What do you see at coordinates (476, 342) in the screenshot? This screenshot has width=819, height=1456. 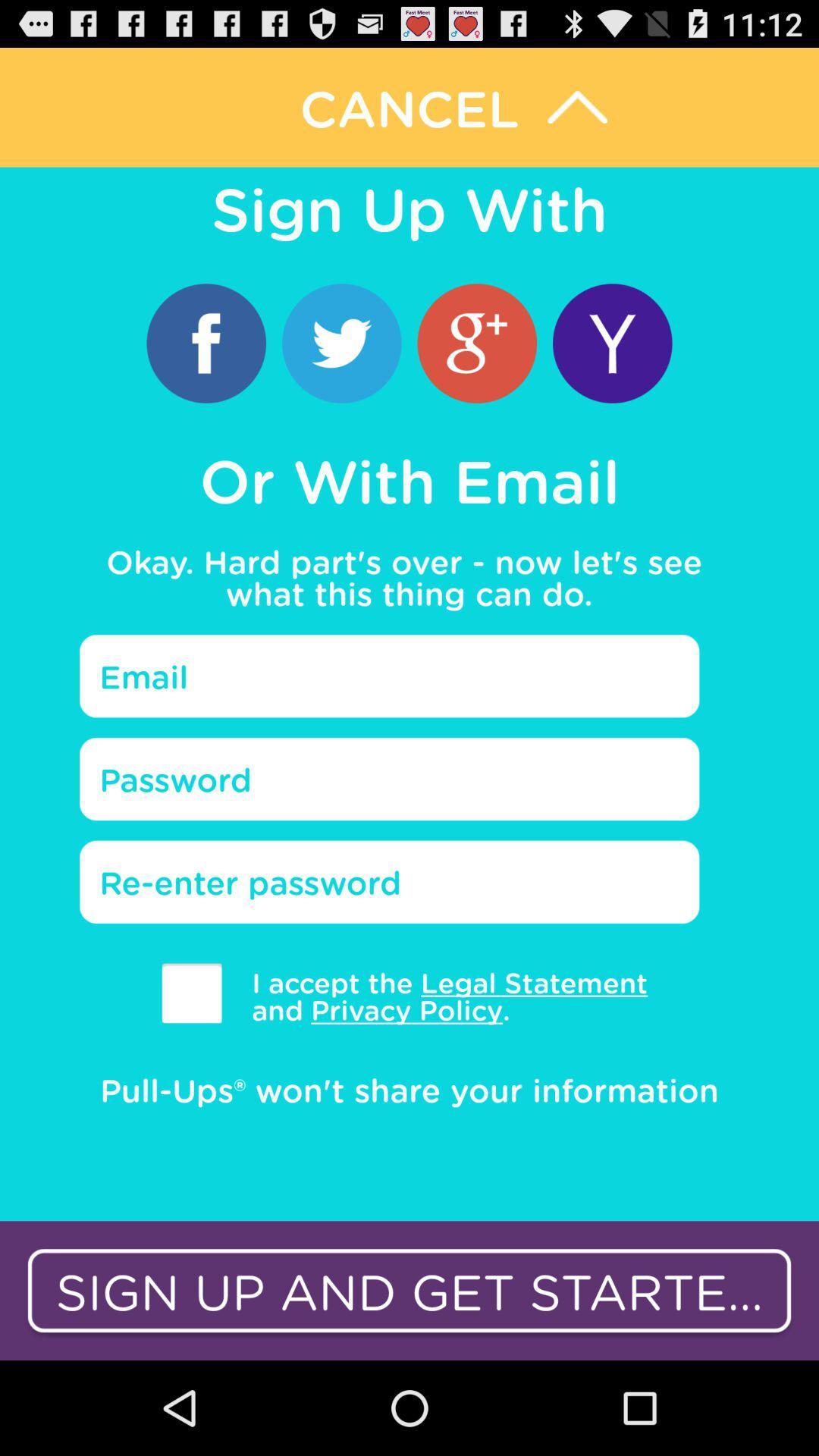 I see `the icon beside y` at bounding box center [476, 342].